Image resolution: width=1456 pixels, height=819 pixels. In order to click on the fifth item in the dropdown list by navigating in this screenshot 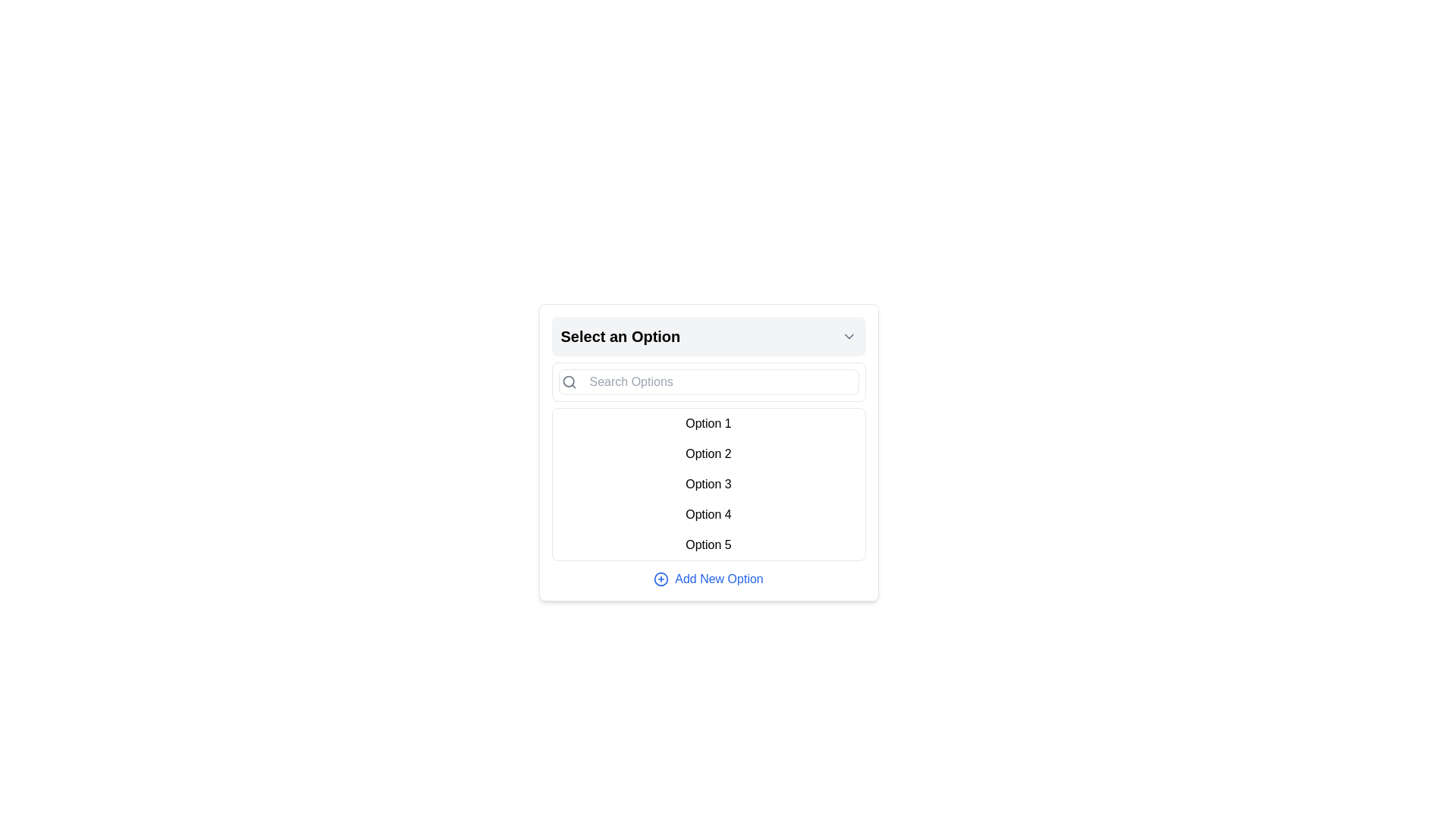, I will do `click(708, 544)`.